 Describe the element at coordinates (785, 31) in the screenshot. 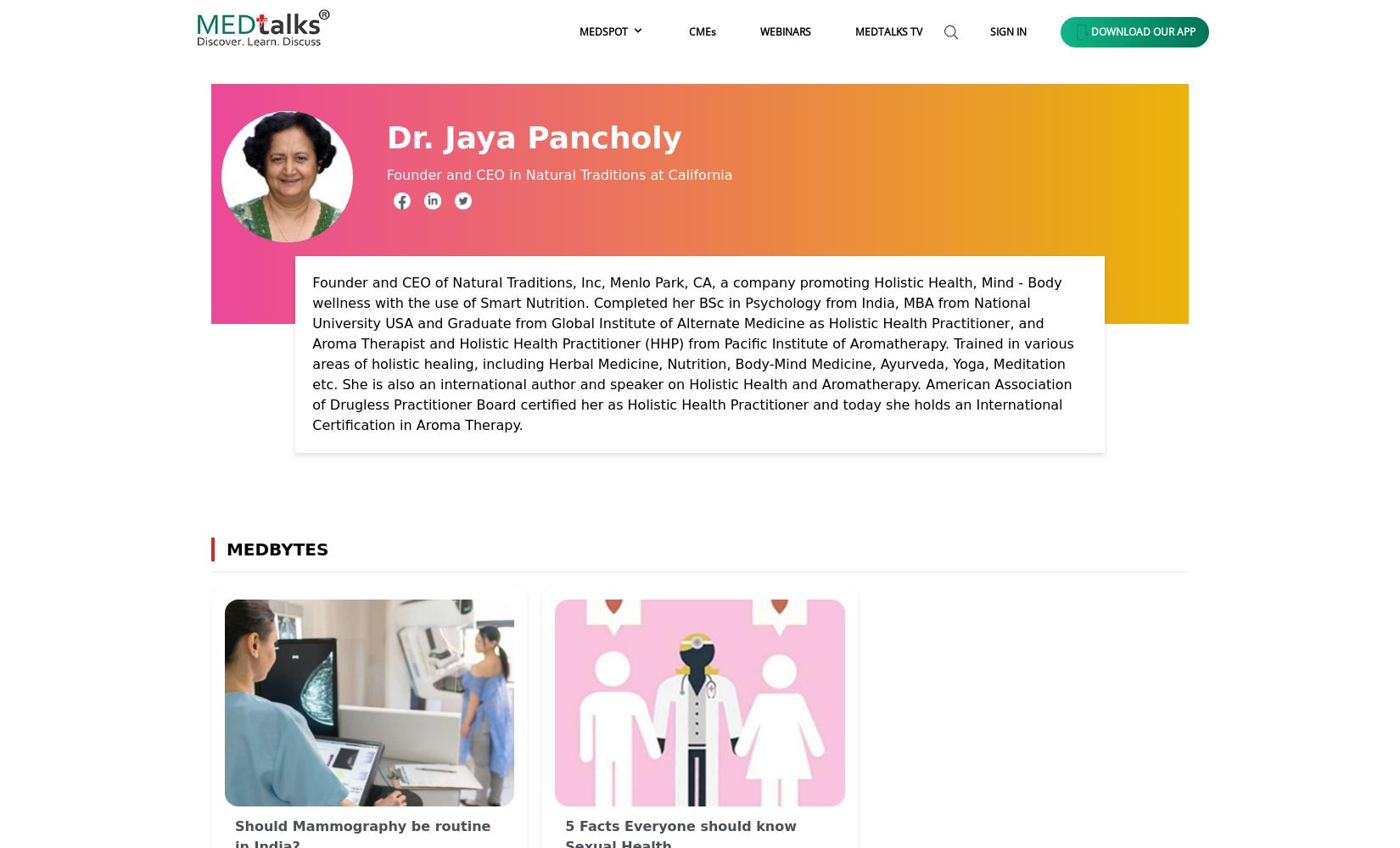

I see `'WEBINARS'` at that location.